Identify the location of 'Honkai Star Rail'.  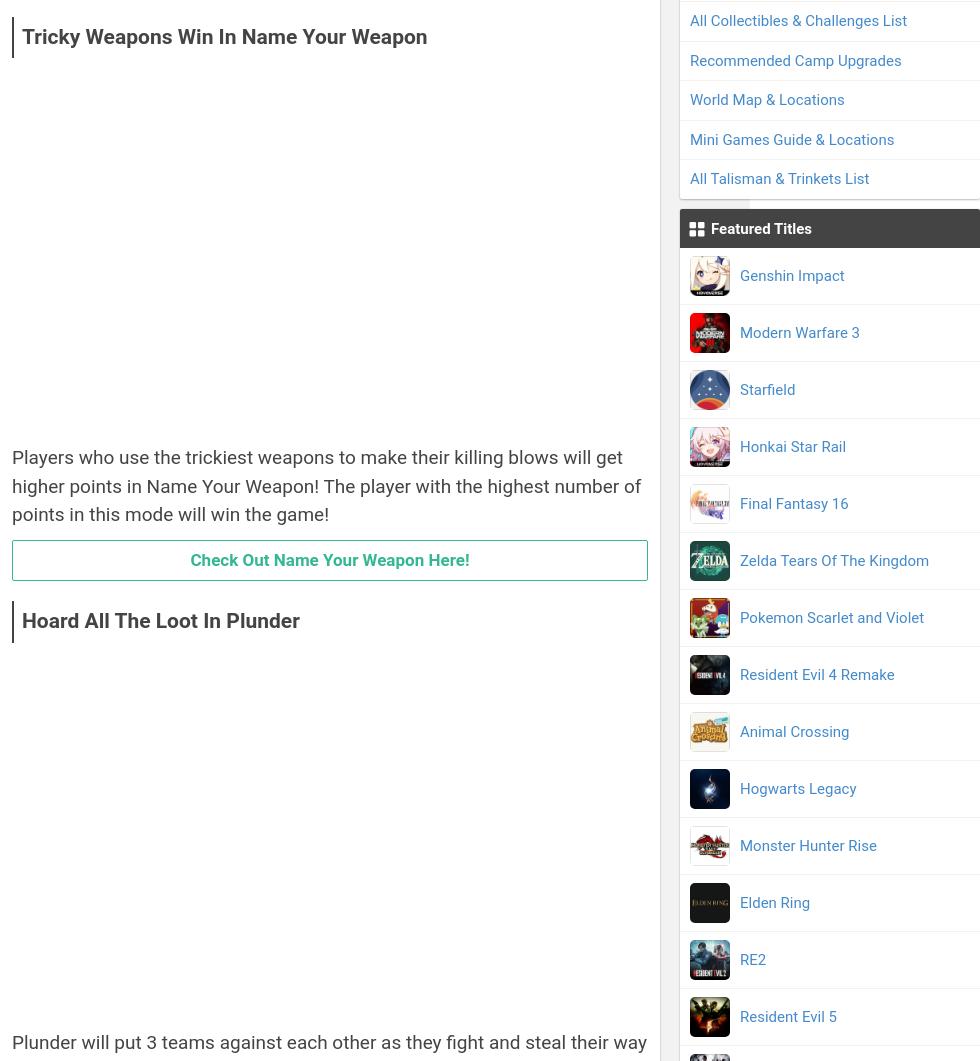
(793, 446).